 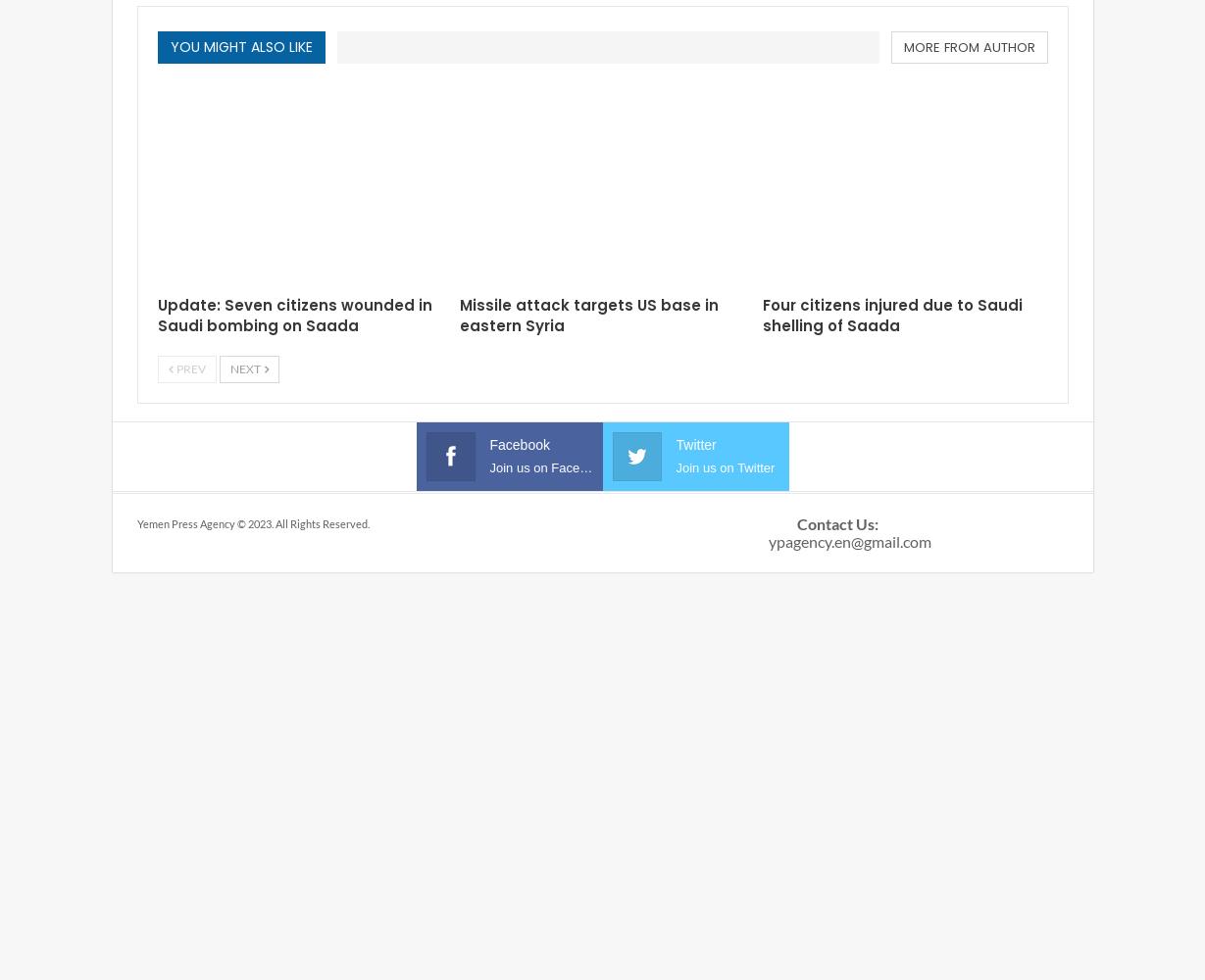 What do you see at coordinates (292, 314) in the screenshot?
I see `'Update: Seven citizens wounded in Saudi bombing on Saada'` at bounding box center [292, 314].